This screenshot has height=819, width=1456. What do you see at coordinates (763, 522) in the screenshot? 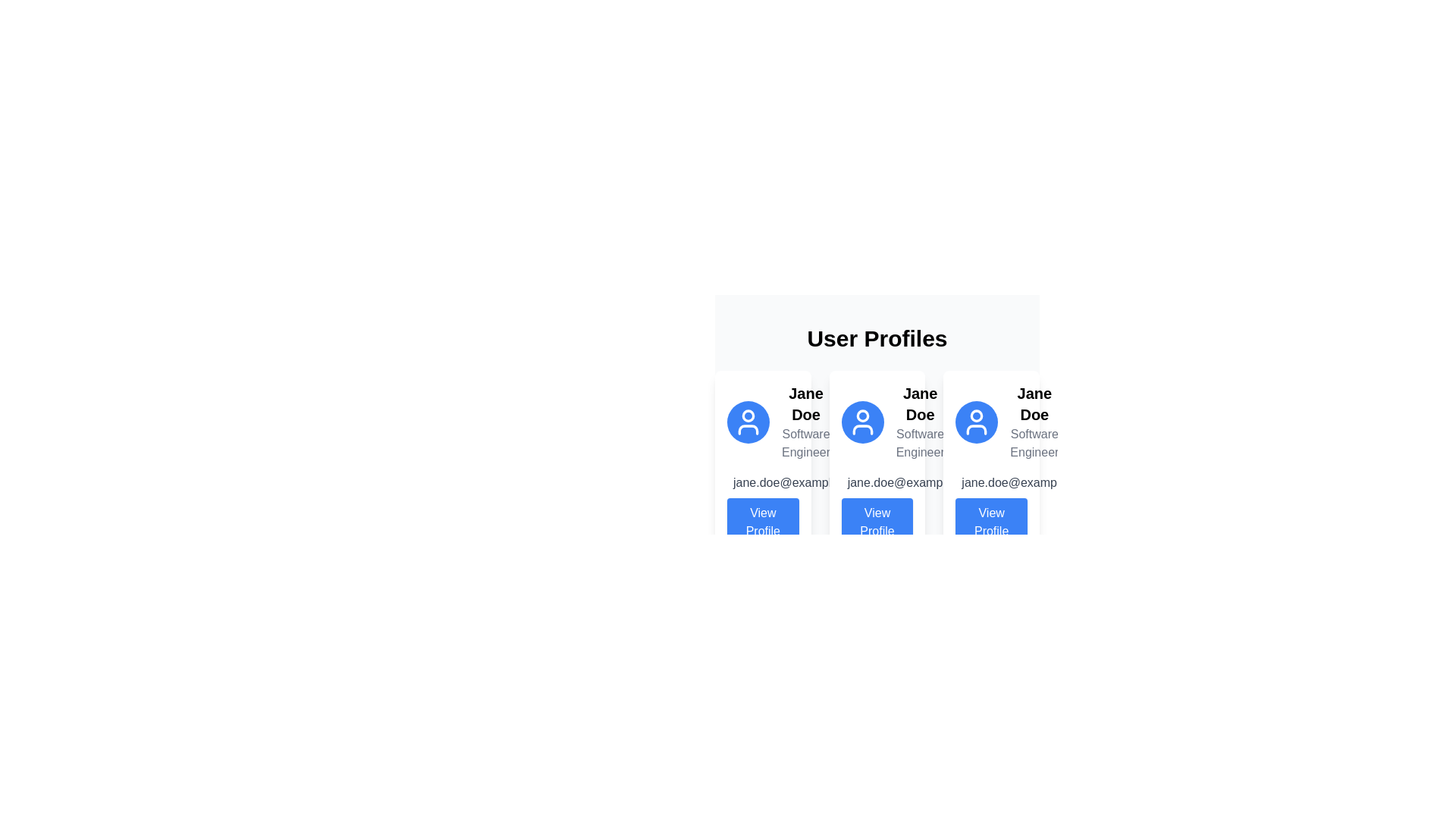
I see `the rectangular button with a blue background and white text reading 'View Profile' located at the bottom of the user profile card` at bounding box center [763, 522].